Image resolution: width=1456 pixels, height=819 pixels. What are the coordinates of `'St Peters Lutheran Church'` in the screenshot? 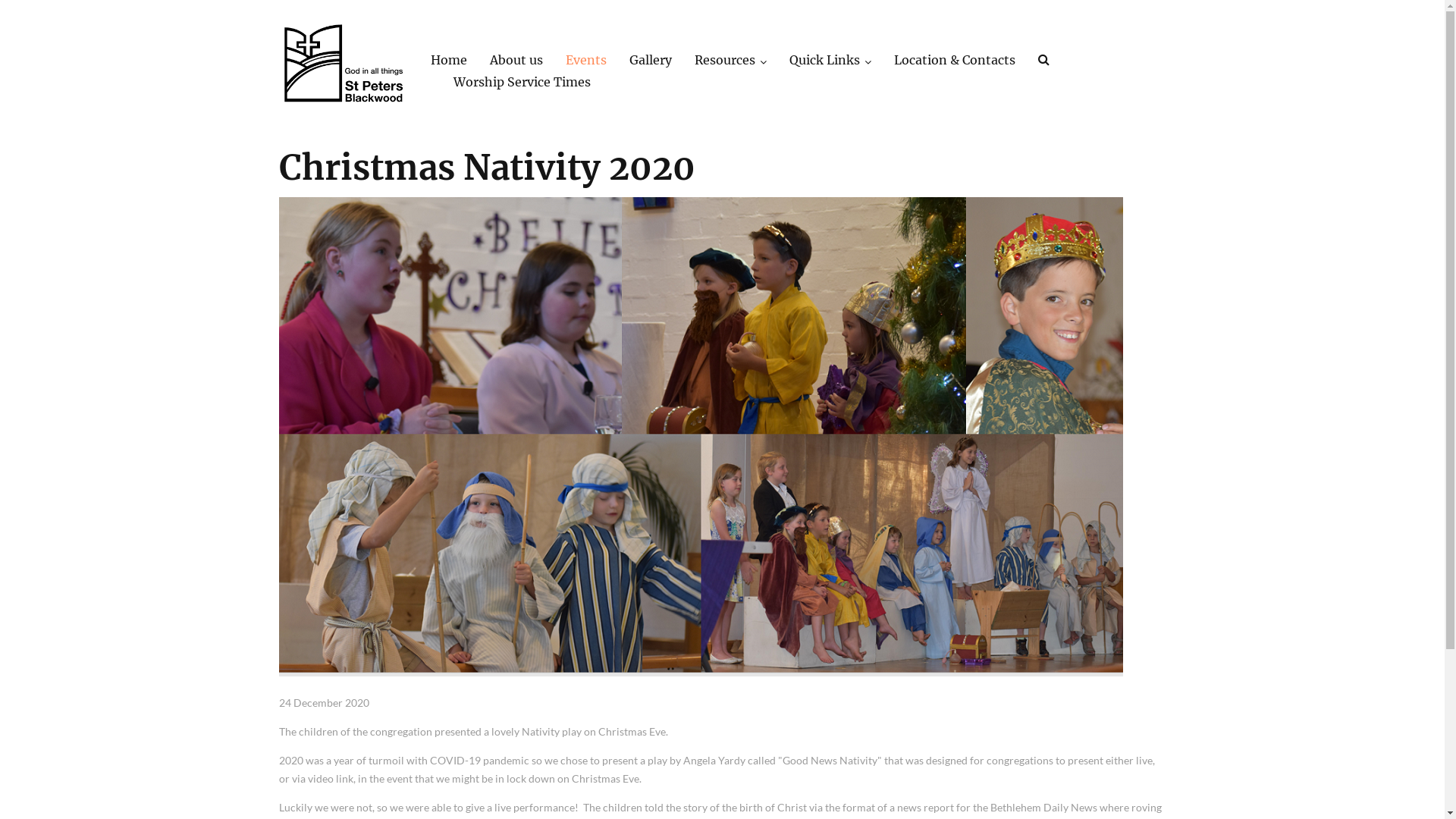 It's located at (342, 62).